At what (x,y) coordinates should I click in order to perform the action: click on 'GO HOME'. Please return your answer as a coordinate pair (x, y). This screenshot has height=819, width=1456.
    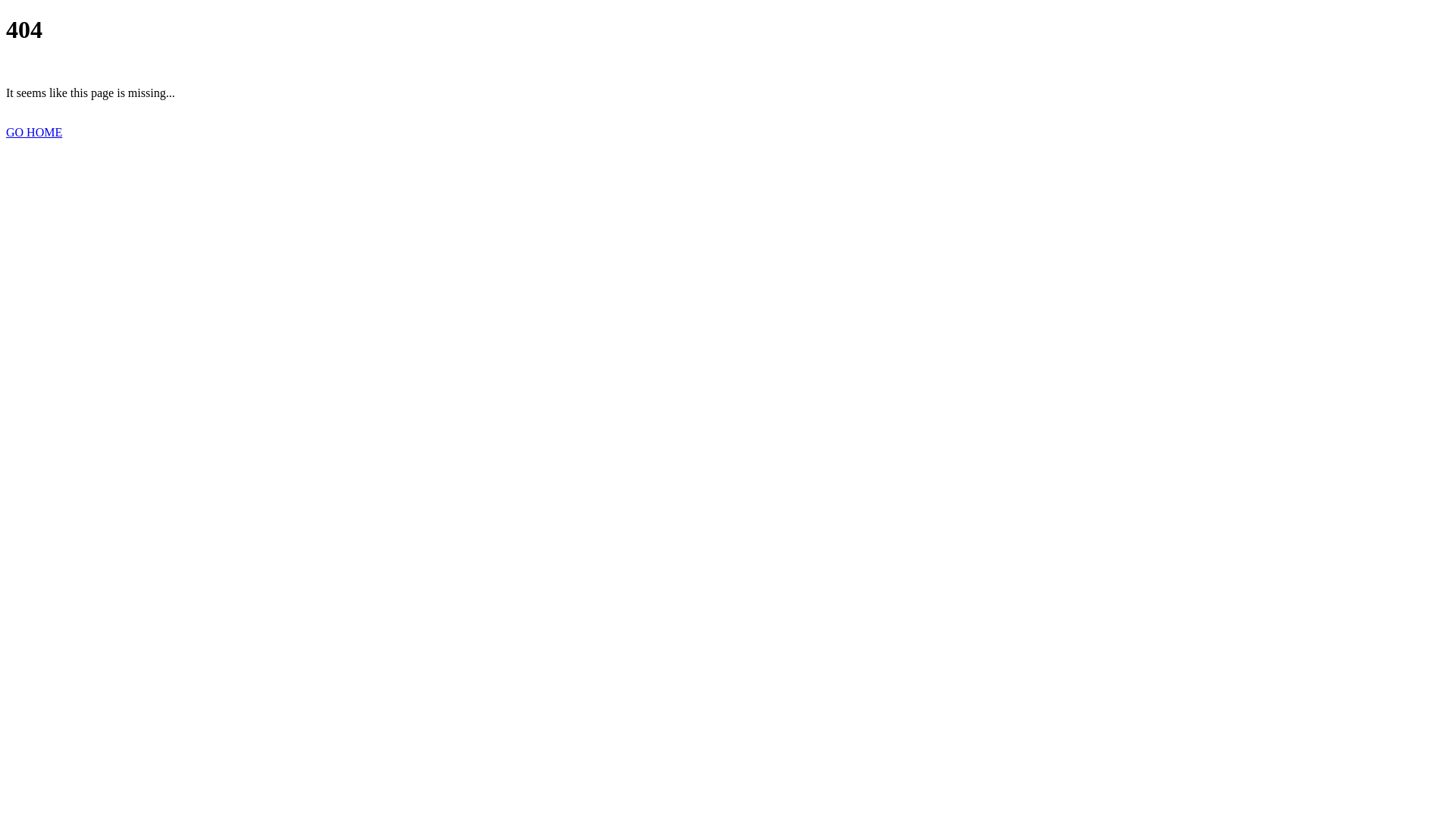
    Looking at the image, I should click on (33, 131).